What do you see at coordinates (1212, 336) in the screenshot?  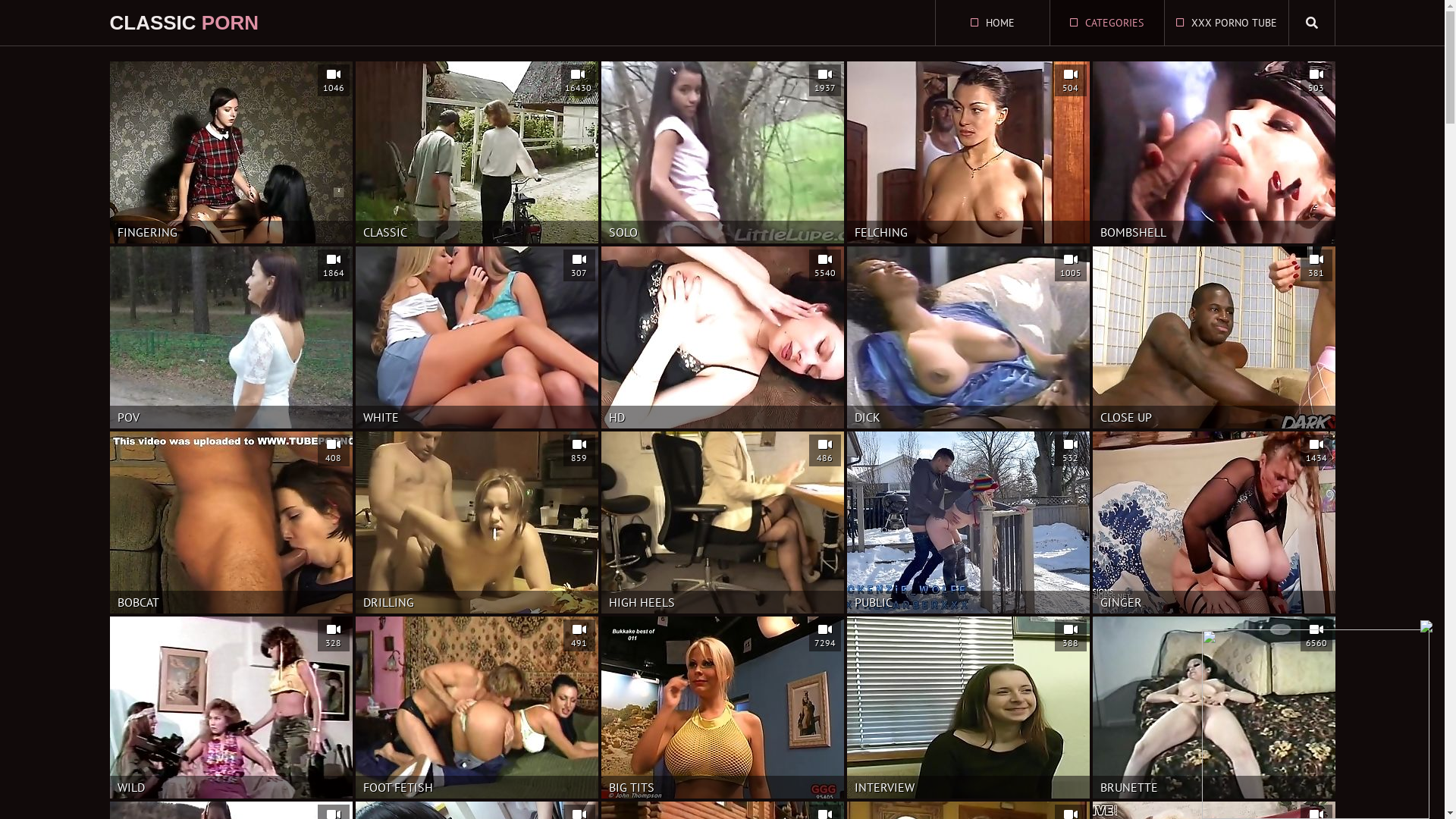 I see `'CLOSE UP` at bounding box center [1212, 336].